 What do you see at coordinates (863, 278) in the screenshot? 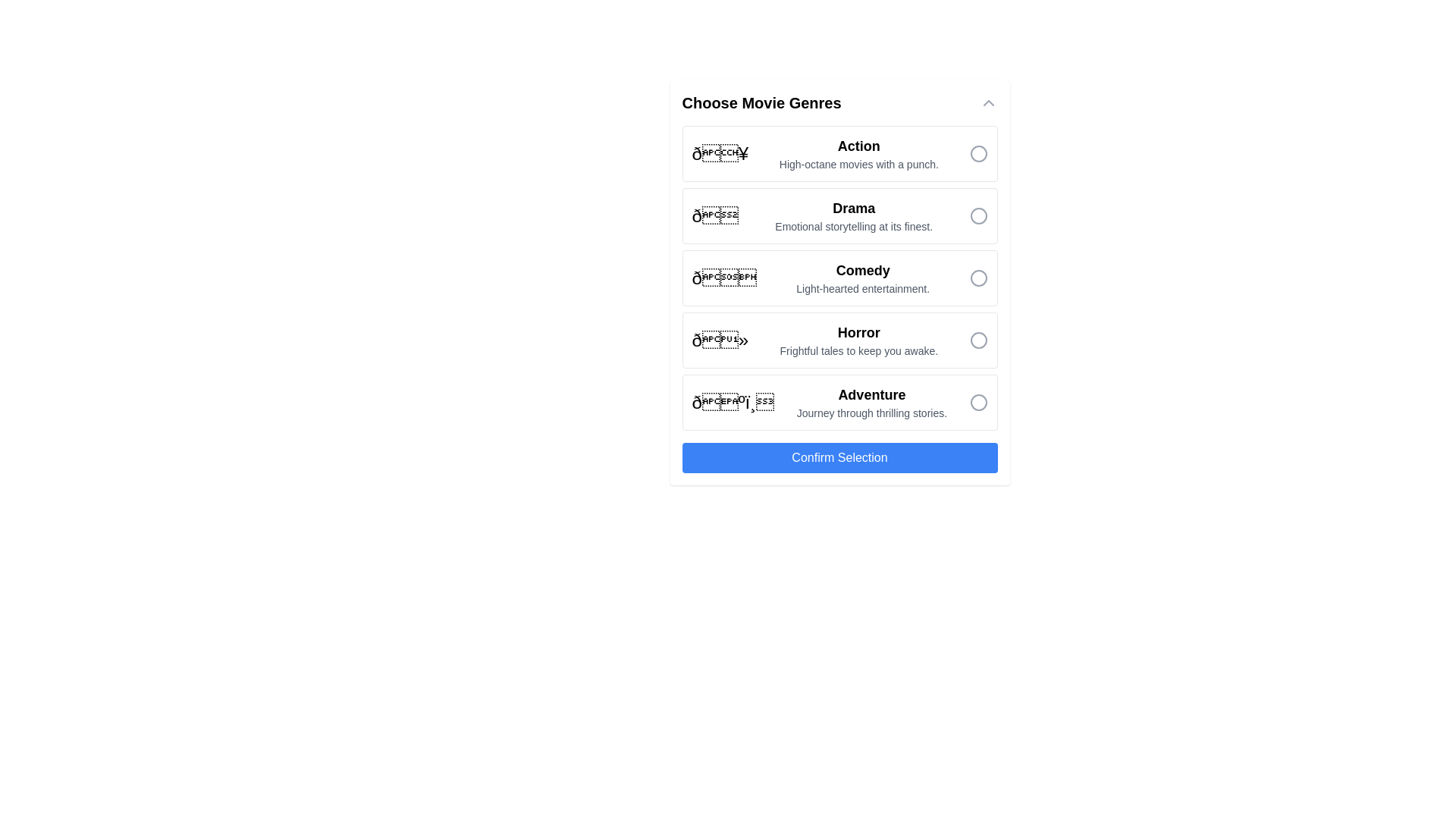
I see `the 'Comedy' genre label in the movie genres selection interface, which is the second option in the list, located below 'Drama' and above 'Horror'` at bounding box center [863, 278].